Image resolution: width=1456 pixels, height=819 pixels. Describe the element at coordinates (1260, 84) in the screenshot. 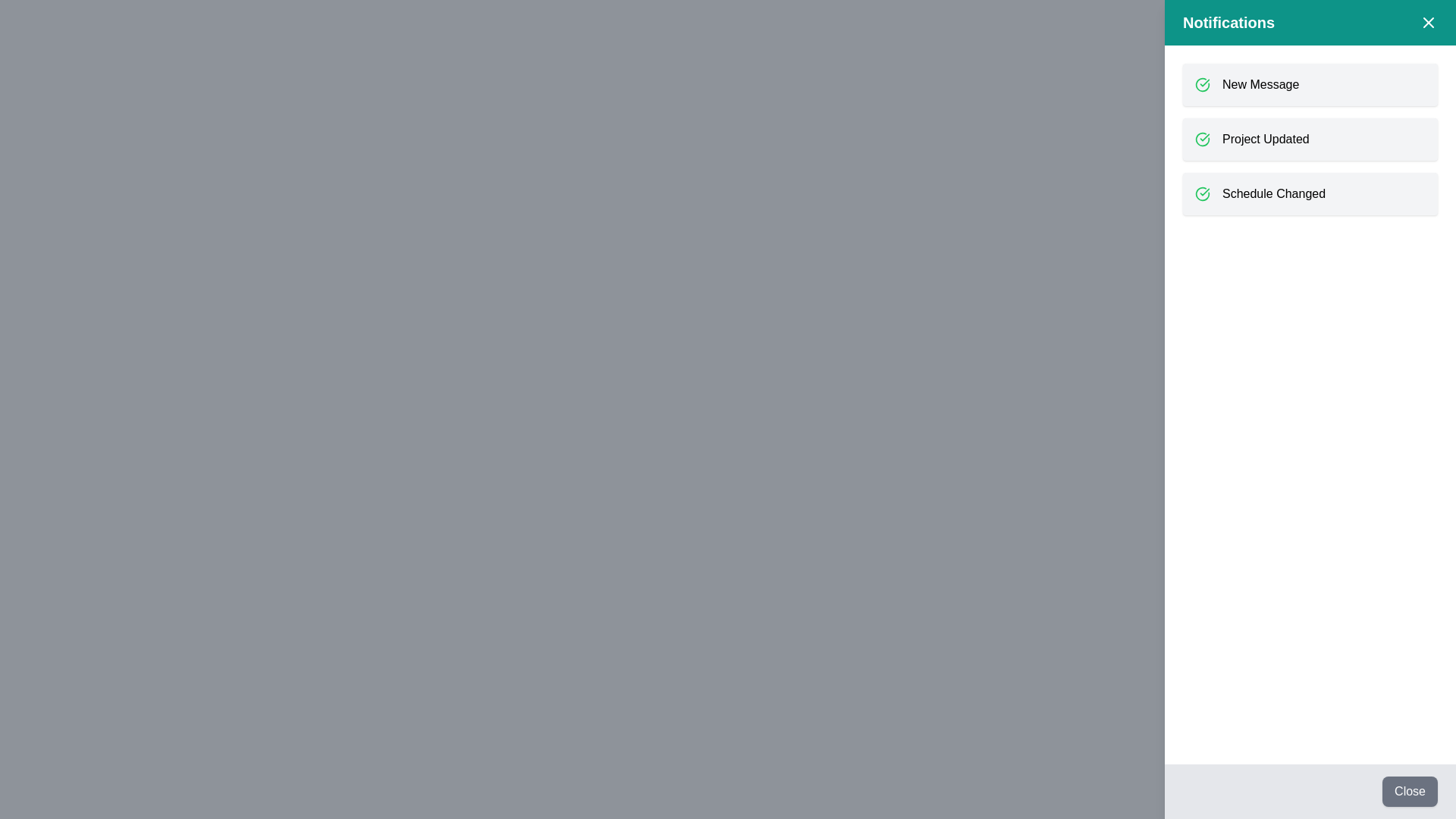

I see `text from the title or main label of the first notification item in the notification panel, which is positioned to the right of a green checkmark icon and centered in a light-gray notification box` at that location.